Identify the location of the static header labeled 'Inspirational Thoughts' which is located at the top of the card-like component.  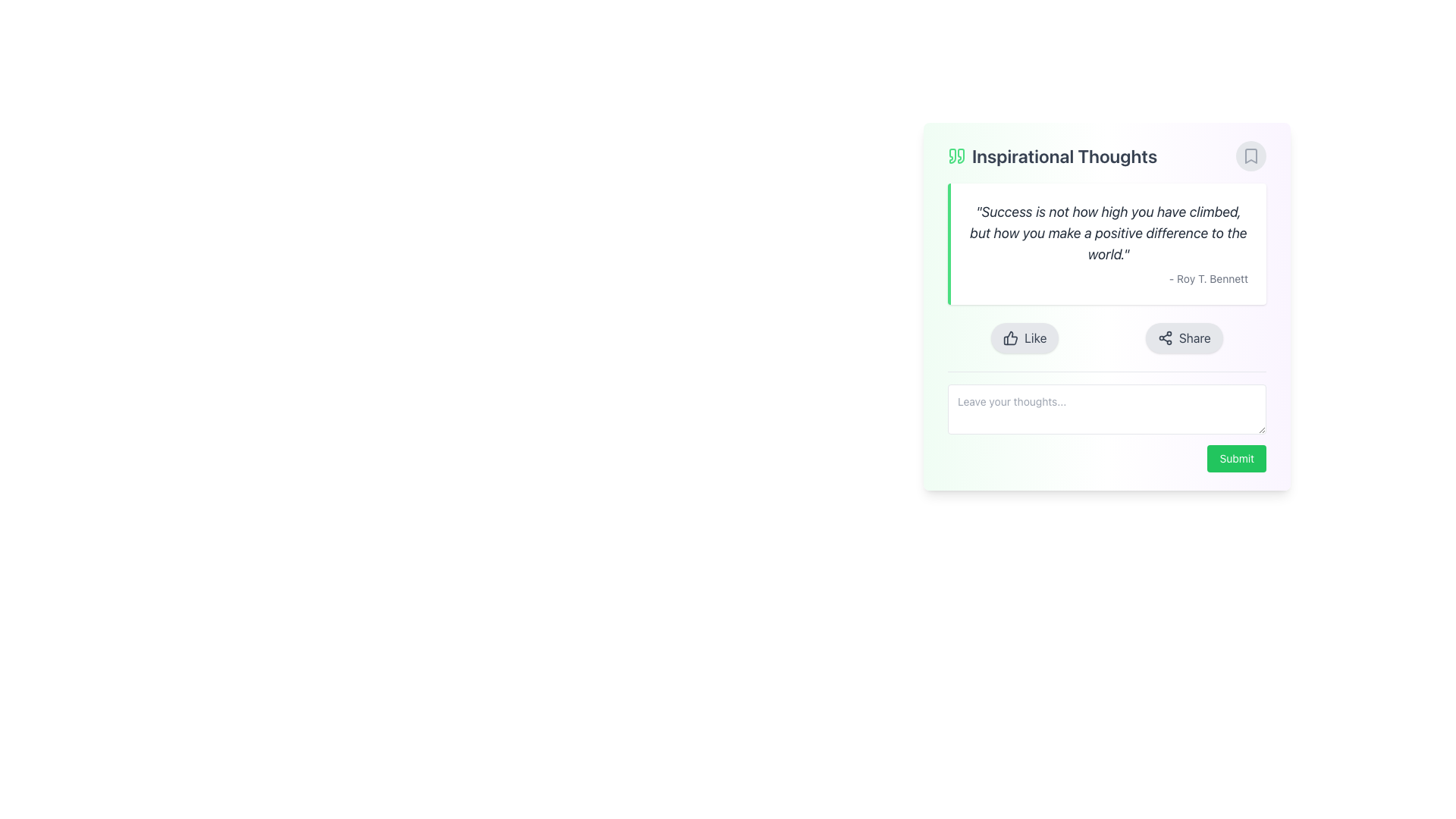
(1106, 155).